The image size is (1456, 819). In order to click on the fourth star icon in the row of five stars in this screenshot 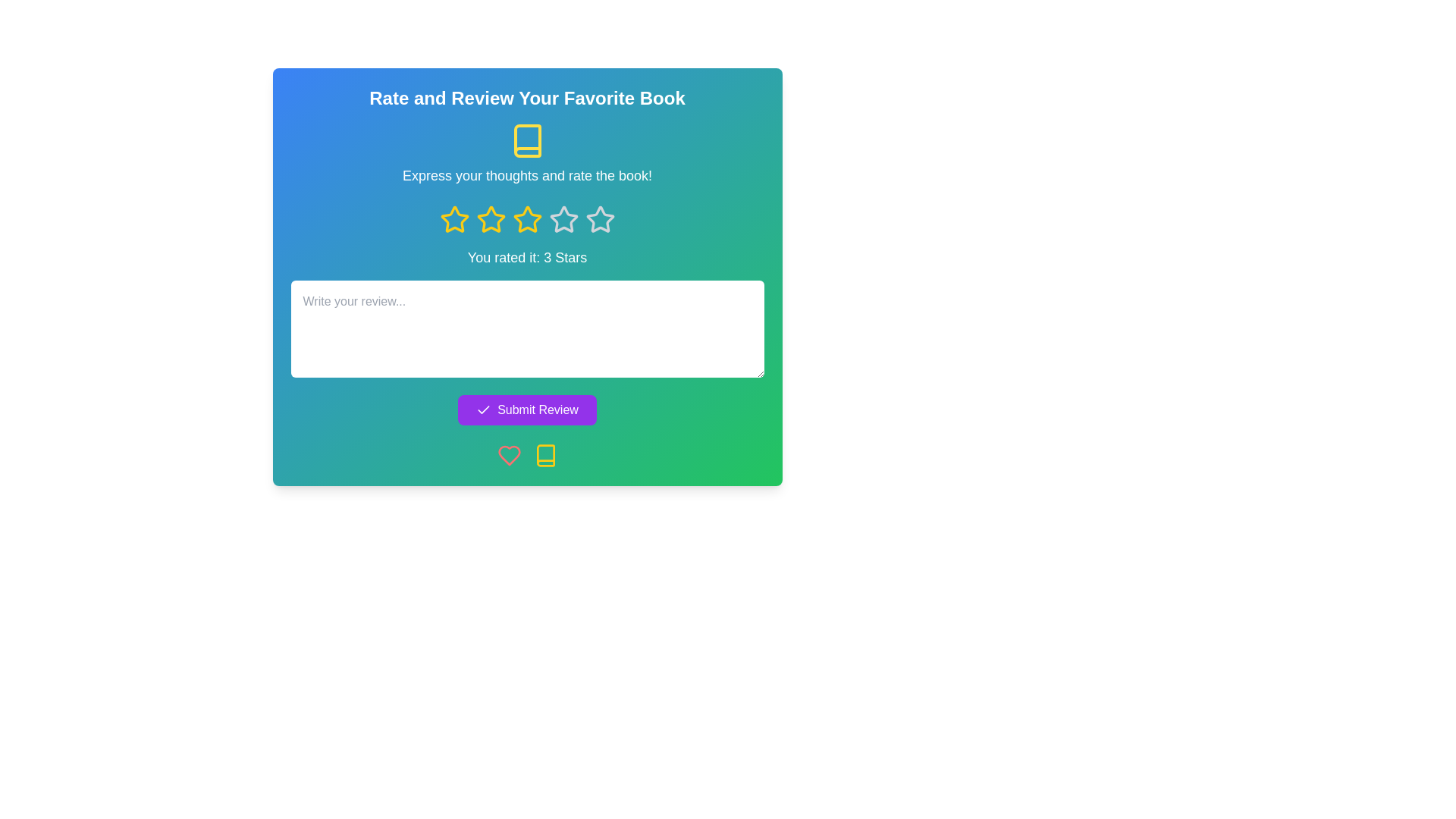, I will do `click(599, 219)`.